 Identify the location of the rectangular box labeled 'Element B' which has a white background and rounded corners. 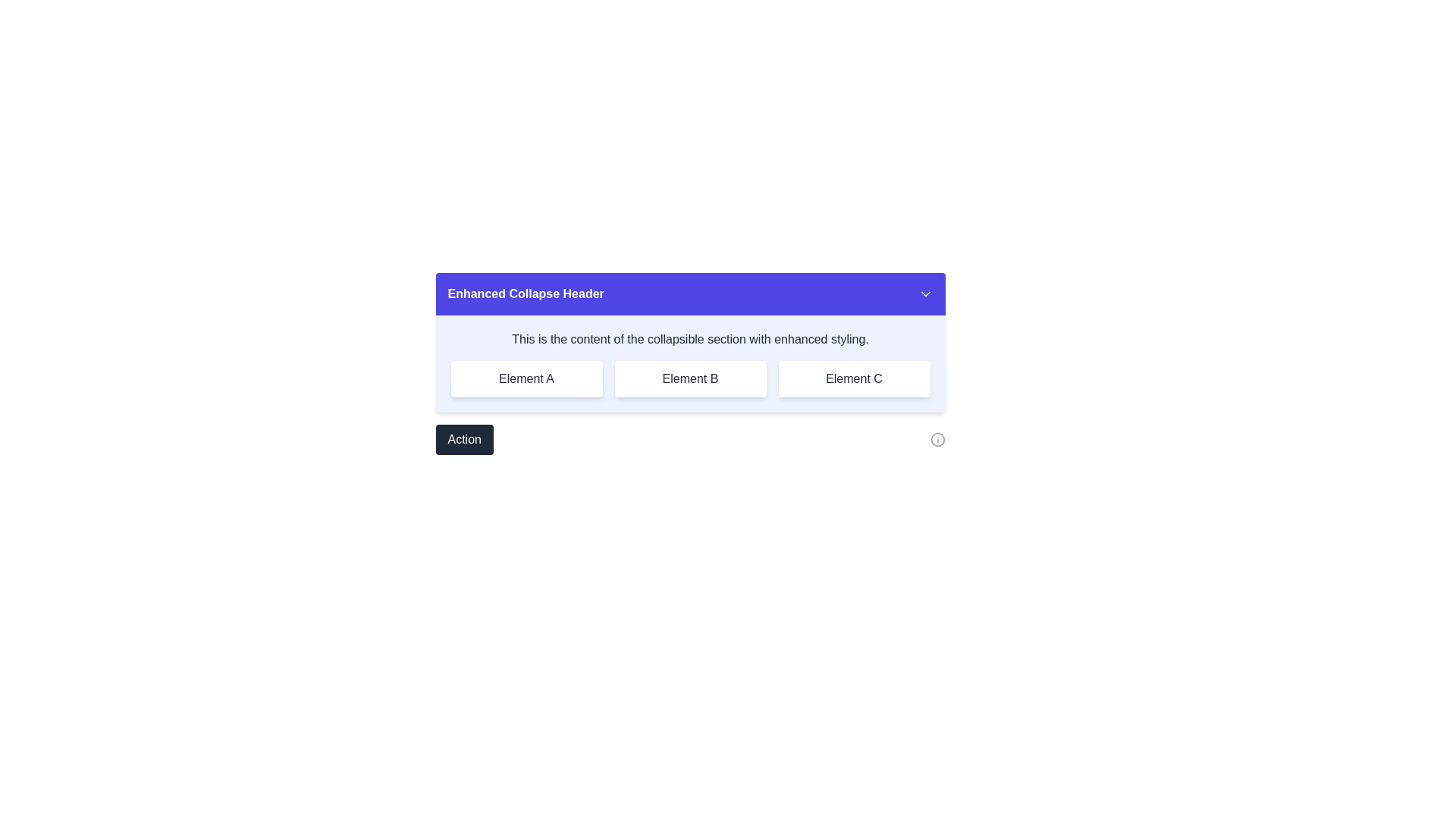
(689, 378).